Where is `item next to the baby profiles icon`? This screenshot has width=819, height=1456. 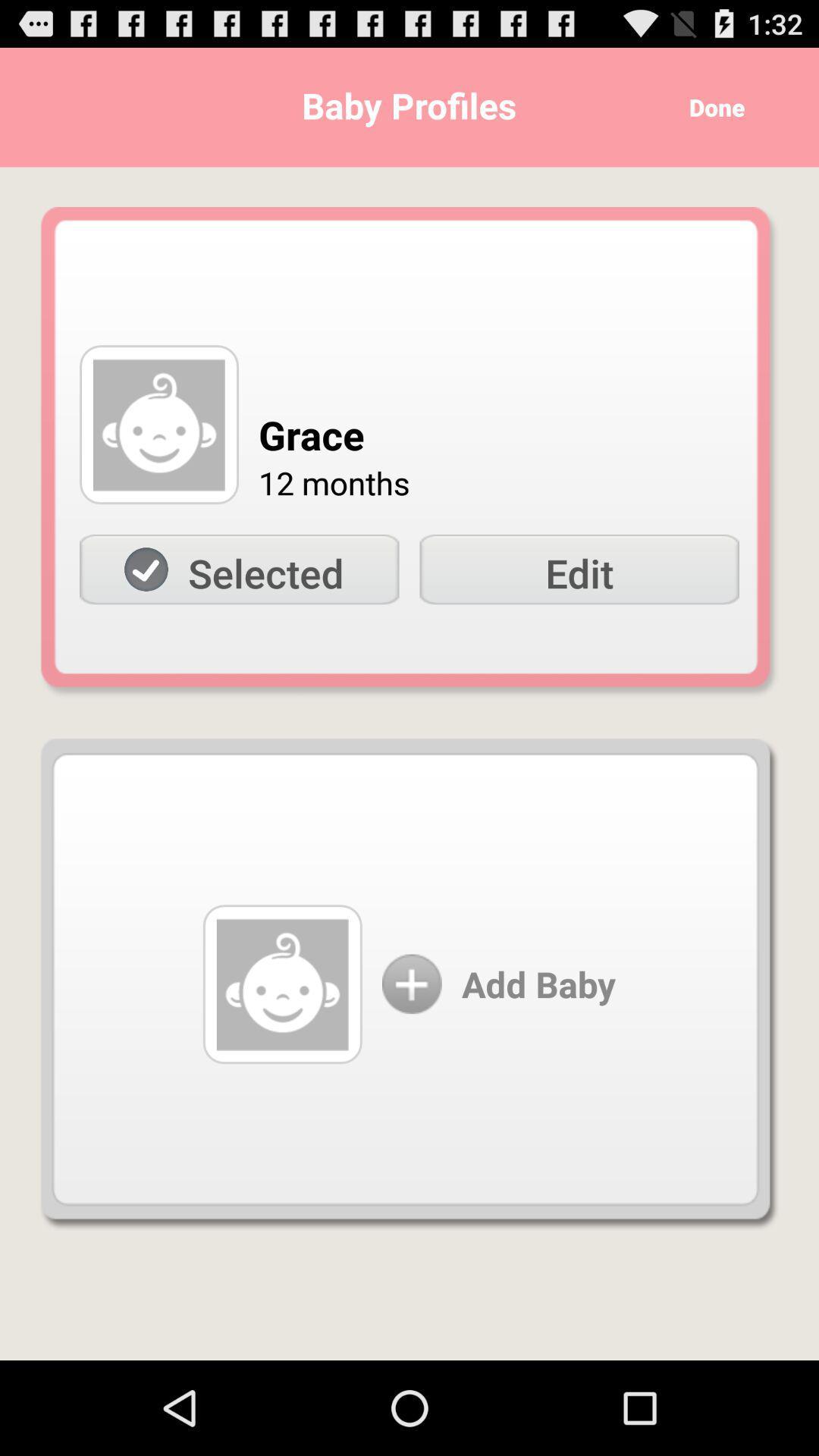
item next to the baby profiles icon is located at coordinates (711, 106).